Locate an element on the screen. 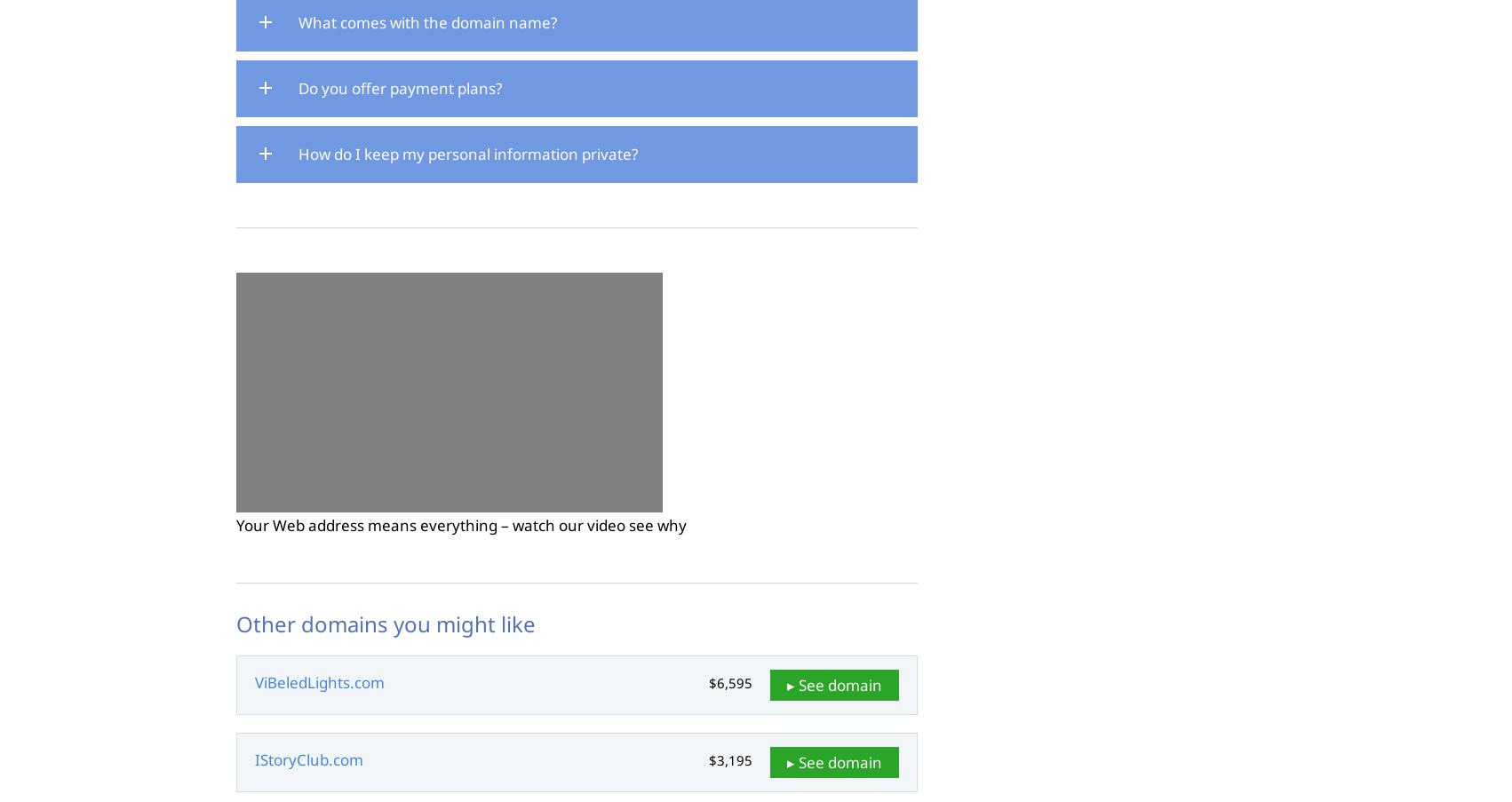  'ViBeledLights.com' is located at coordinates (319, 682).